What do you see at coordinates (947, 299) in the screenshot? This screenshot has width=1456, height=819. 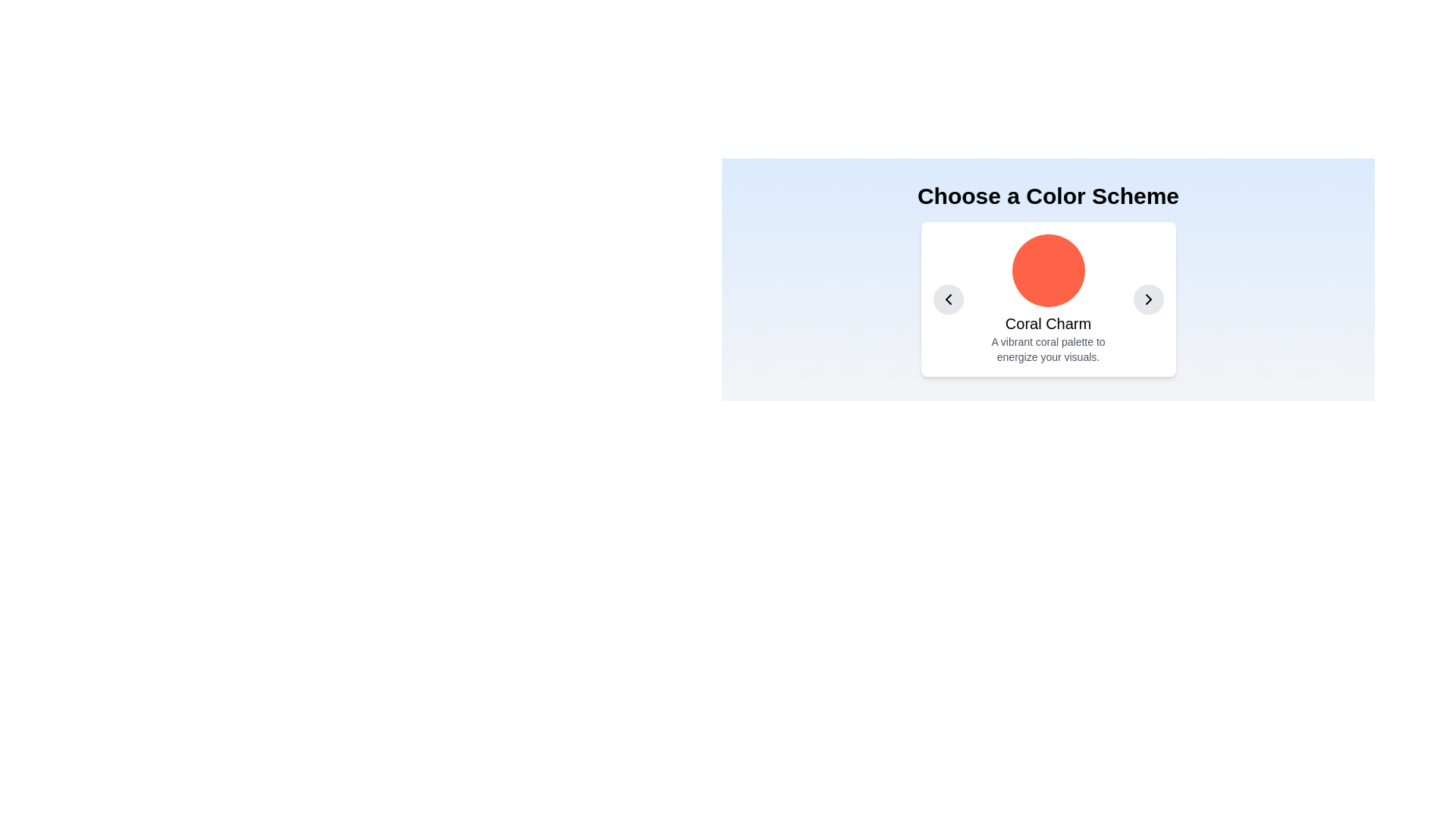 I see `the button located to the left of the circular orange area within the 'Coral Charm' card` at bounding box center [947, 299].